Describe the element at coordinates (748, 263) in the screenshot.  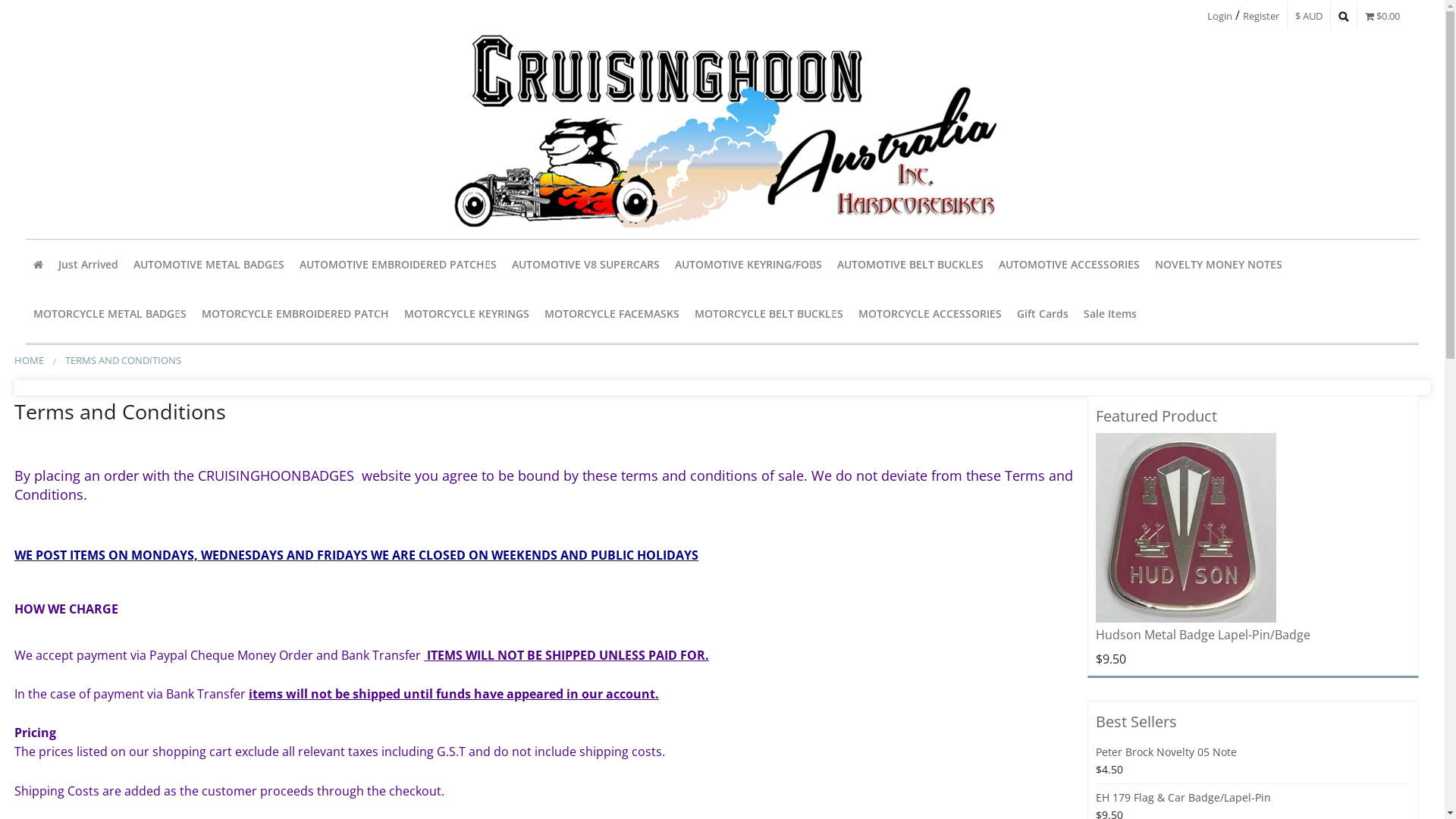
I see `'AUTOMOTIVE KEYRING/FOBS'` at that location.